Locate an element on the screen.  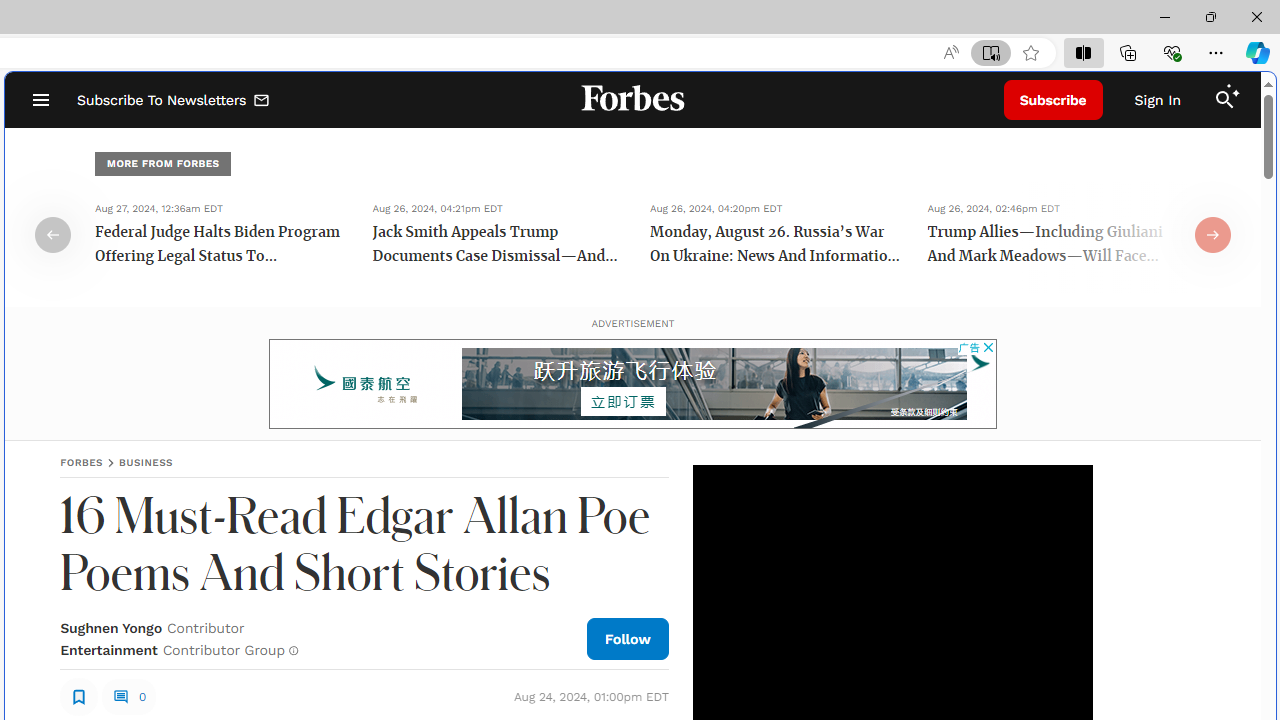
'Class: envelope_svg__fs-icon envelope_svg__fs-icon--envelope' is located at coordinates (261, 102).